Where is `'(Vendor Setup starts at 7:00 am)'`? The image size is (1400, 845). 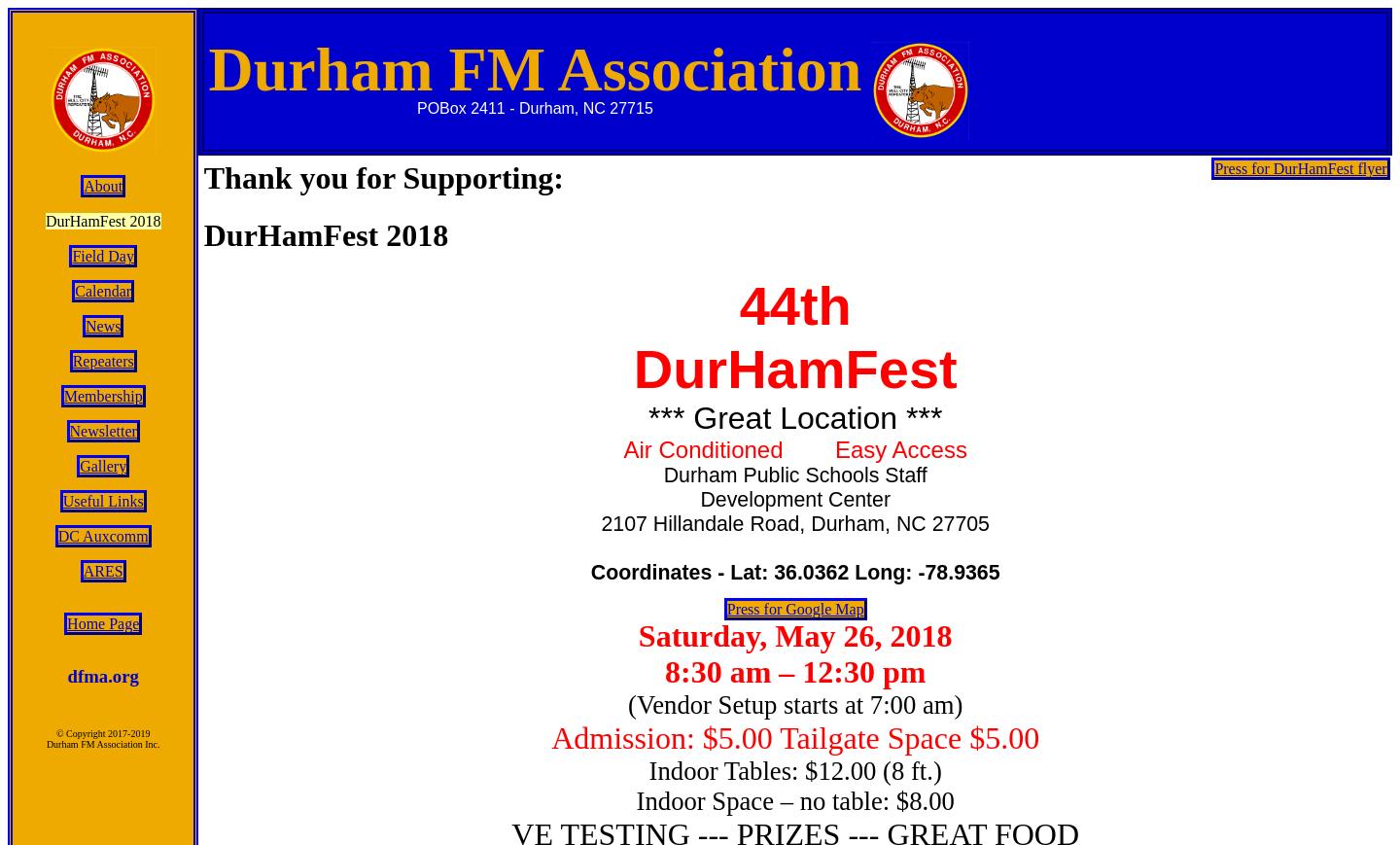 '(Vendor Setup starts at 7:00 am)' is located at coordinates (795, 705).